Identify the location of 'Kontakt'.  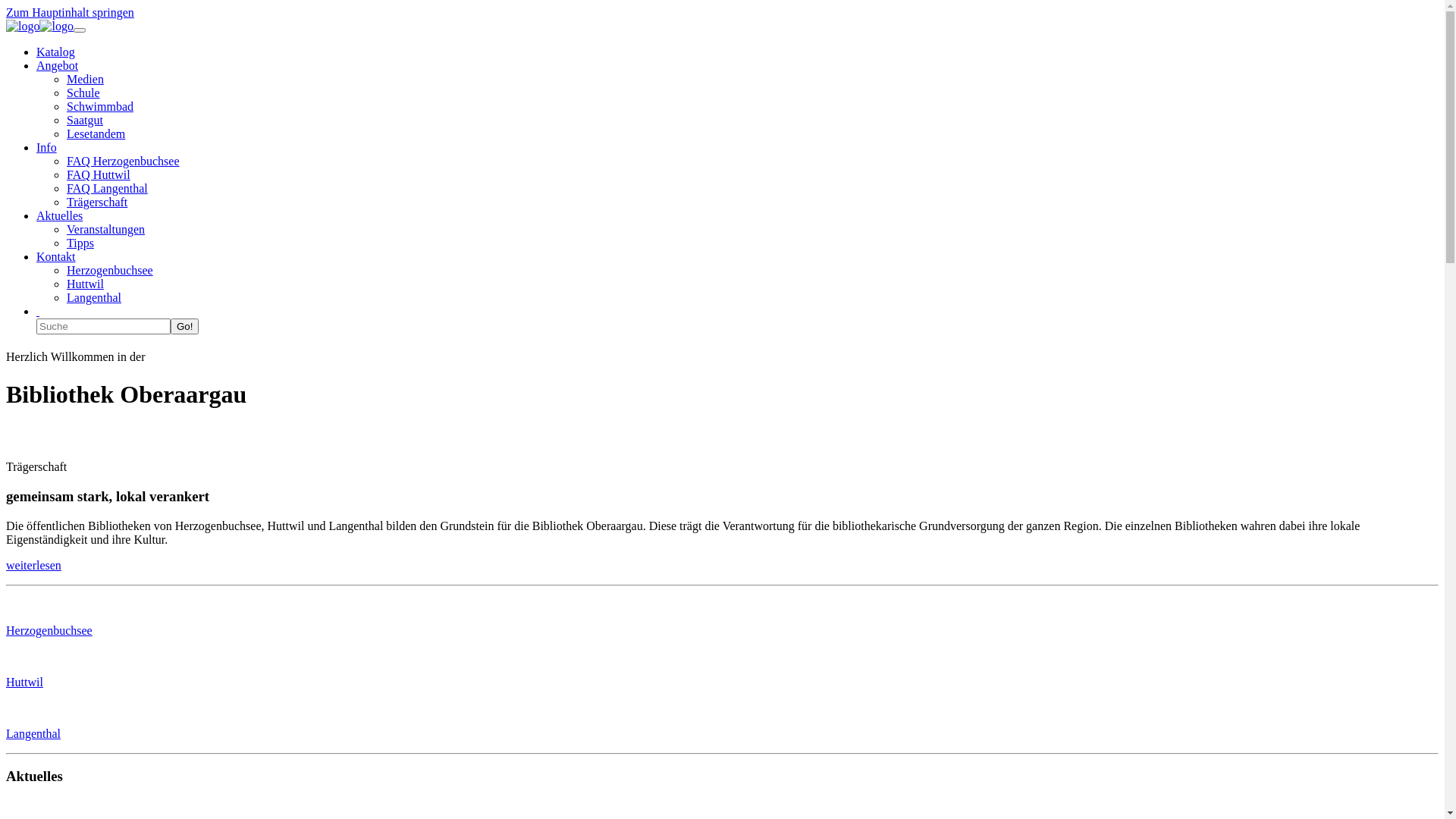
(55, 256).